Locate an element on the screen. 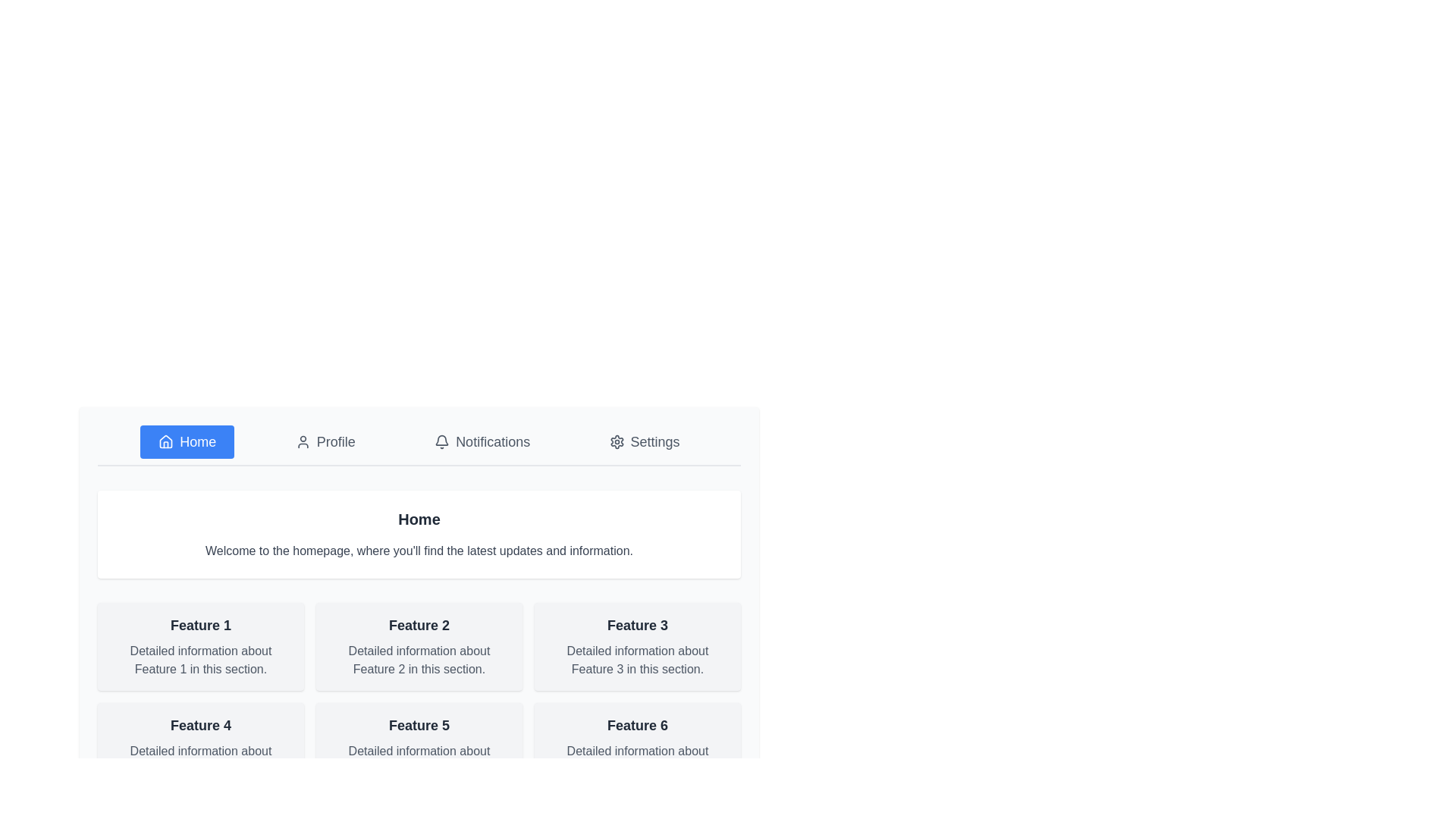 This screenshot has height=819, width=1456. the compact bell-shaped icon located to the left of the 'Notifications' text in the navigation menu is located at coordinates (441, 441).